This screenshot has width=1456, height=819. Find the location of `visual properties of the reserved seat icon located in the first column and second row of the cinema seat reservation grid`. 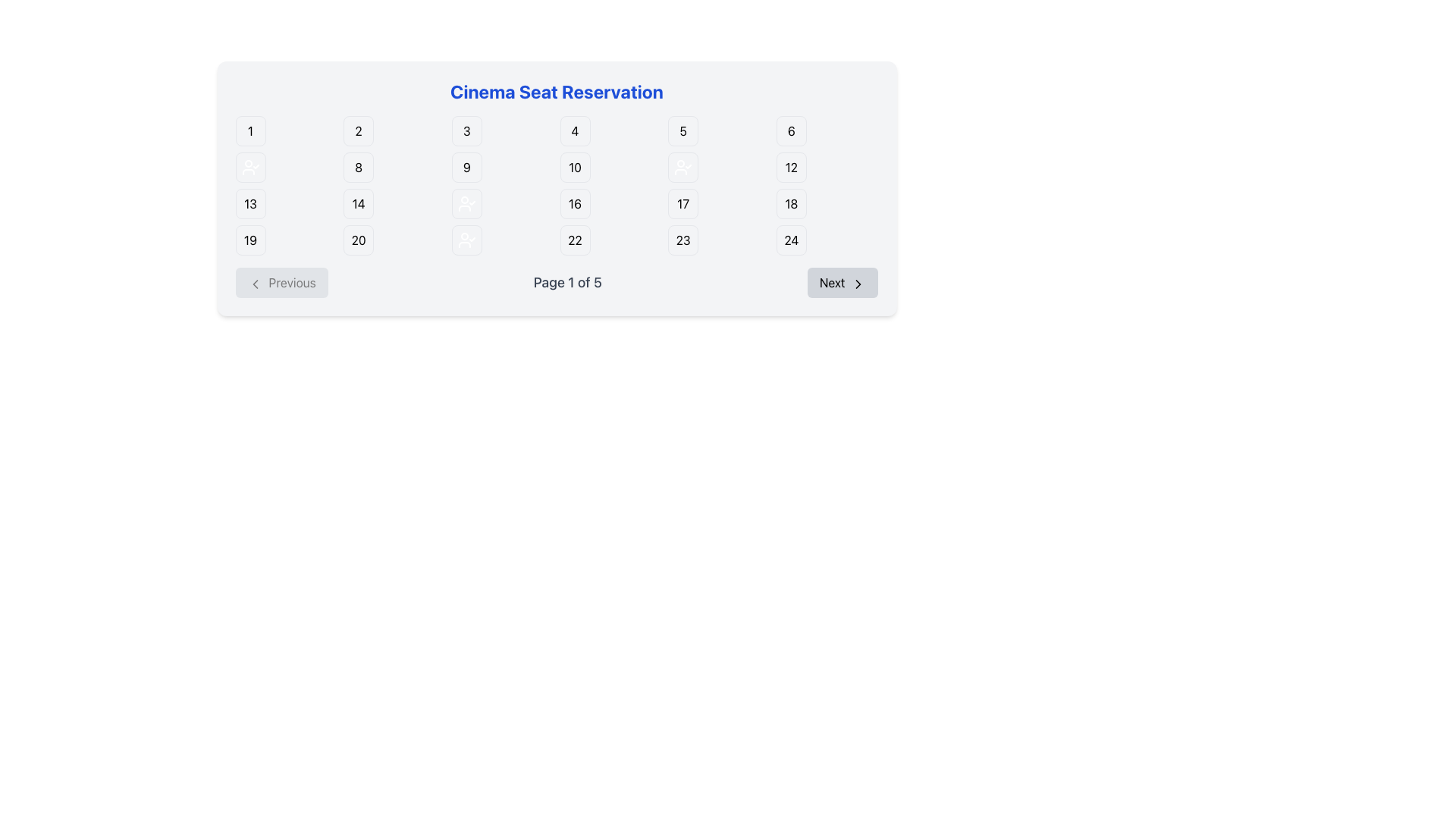

visual properties of the reserved seat icon located in the first column and second row of the cinema seat reservation grid is located at coordinates (250, 167).